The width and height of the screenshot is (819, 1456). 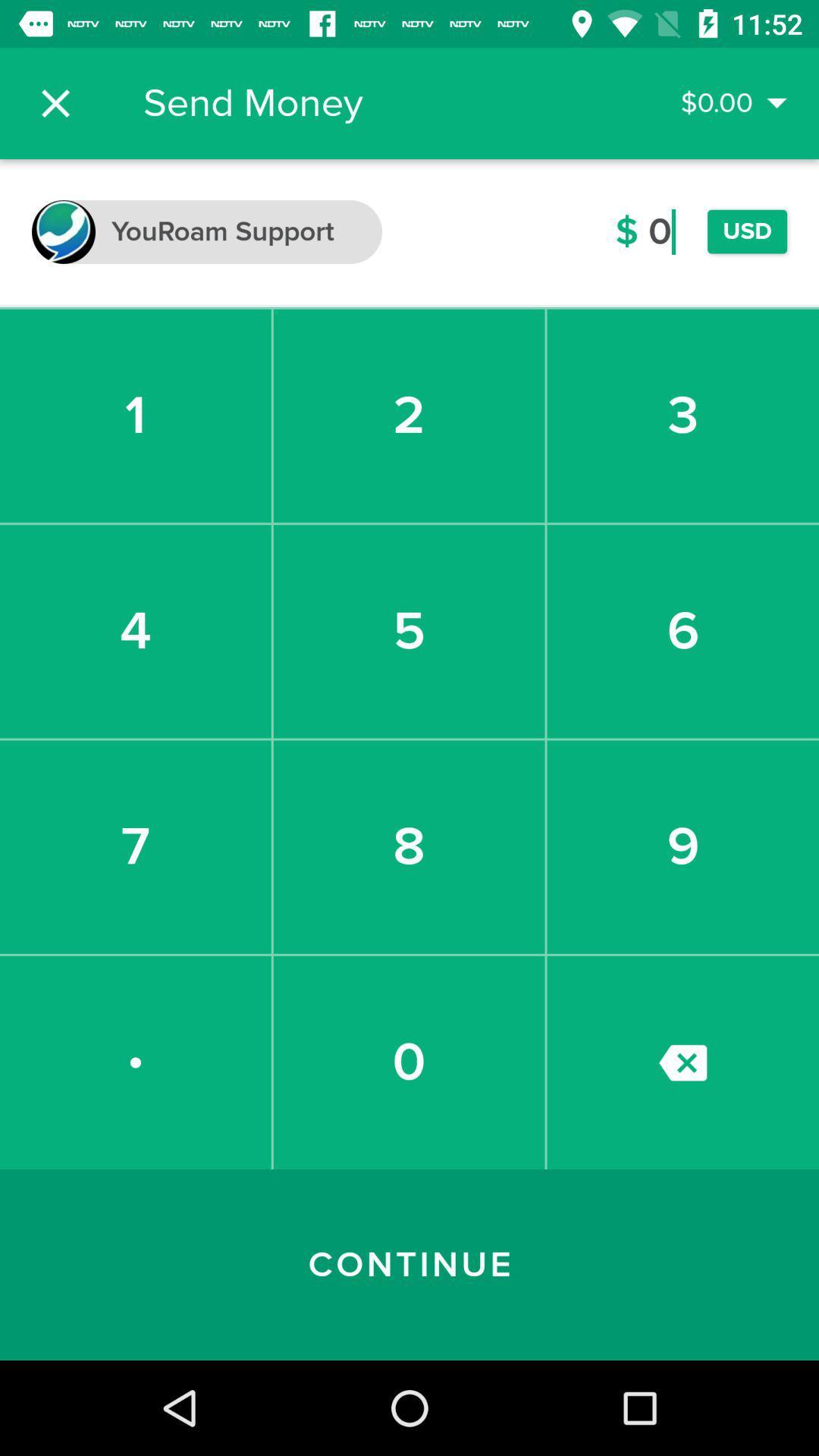 I want to click on ., so click(x=134, y=1062).